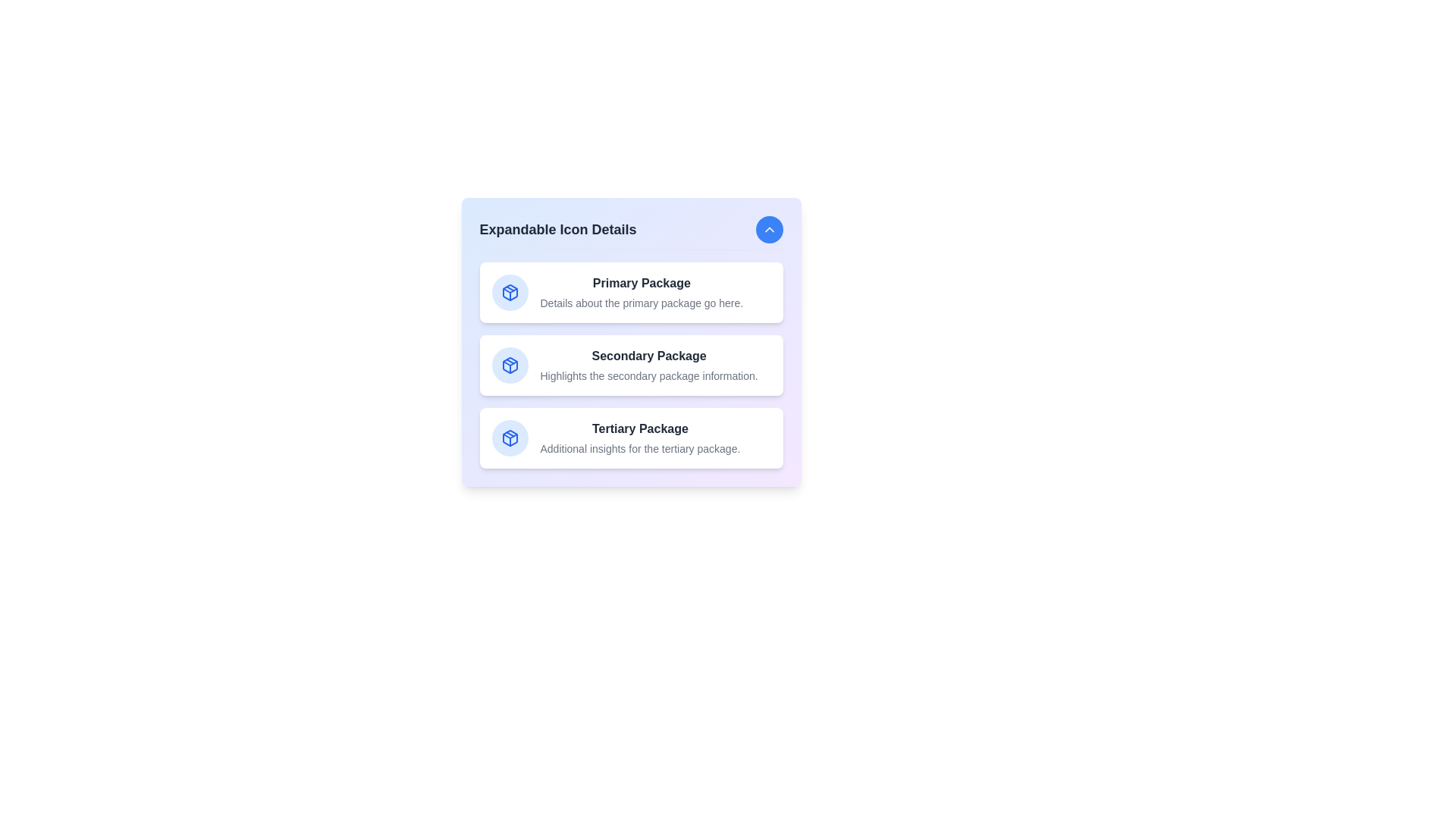 The height and width of the screenshot is (819, 1456). Describe the element at coordinates (649, 375) in the screenshot. I see `the text label that reads 'Highlights the secondary package information.' located beneath the 'Secondary Package' header` at that location.